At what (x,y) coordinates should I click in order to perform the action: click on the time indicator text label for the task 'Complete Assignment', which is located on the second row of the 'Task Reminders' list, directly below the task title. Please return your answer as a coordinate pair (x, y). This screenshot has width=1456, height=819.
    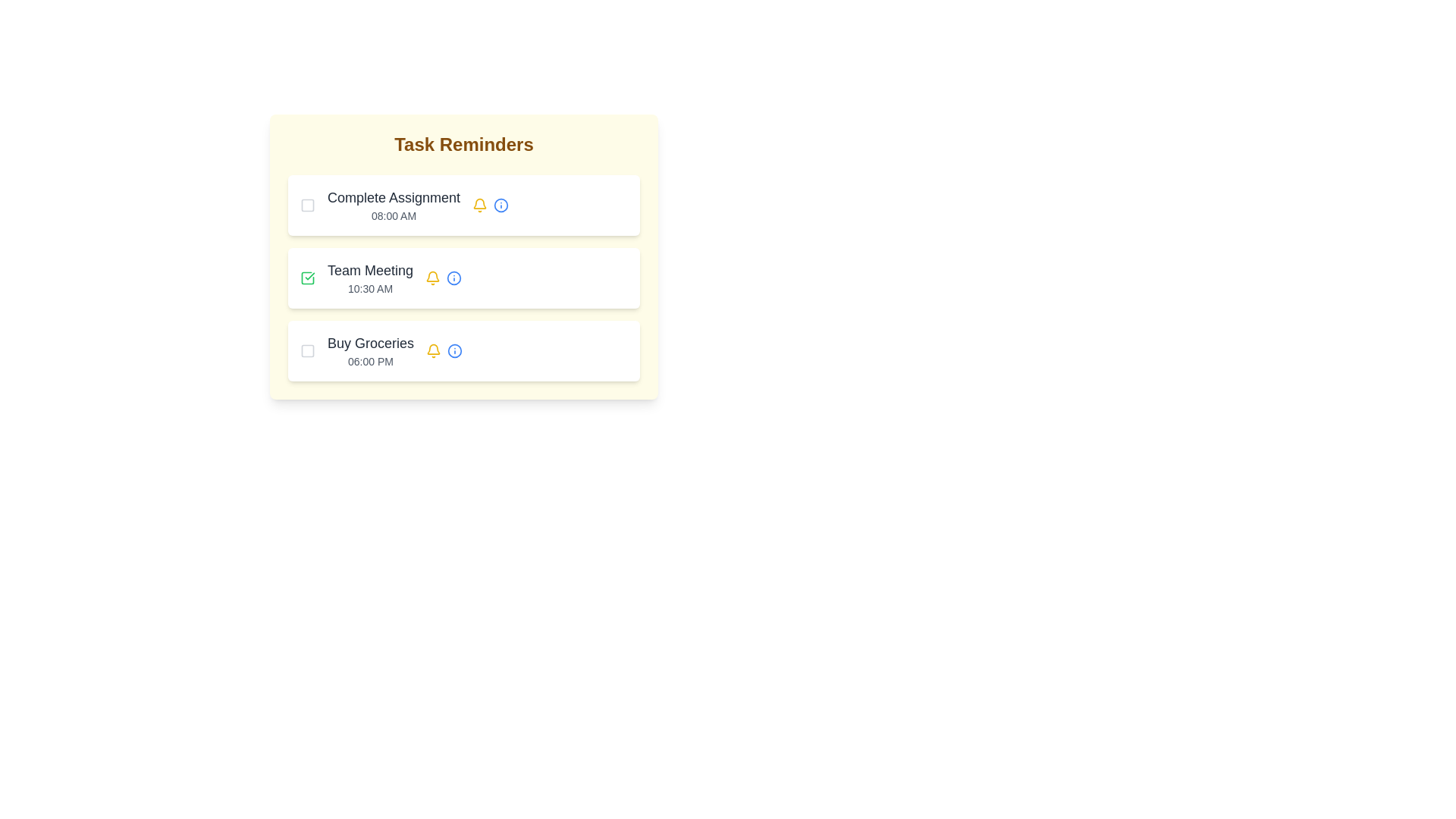
    Looking at the image, I should click on (394, 216).